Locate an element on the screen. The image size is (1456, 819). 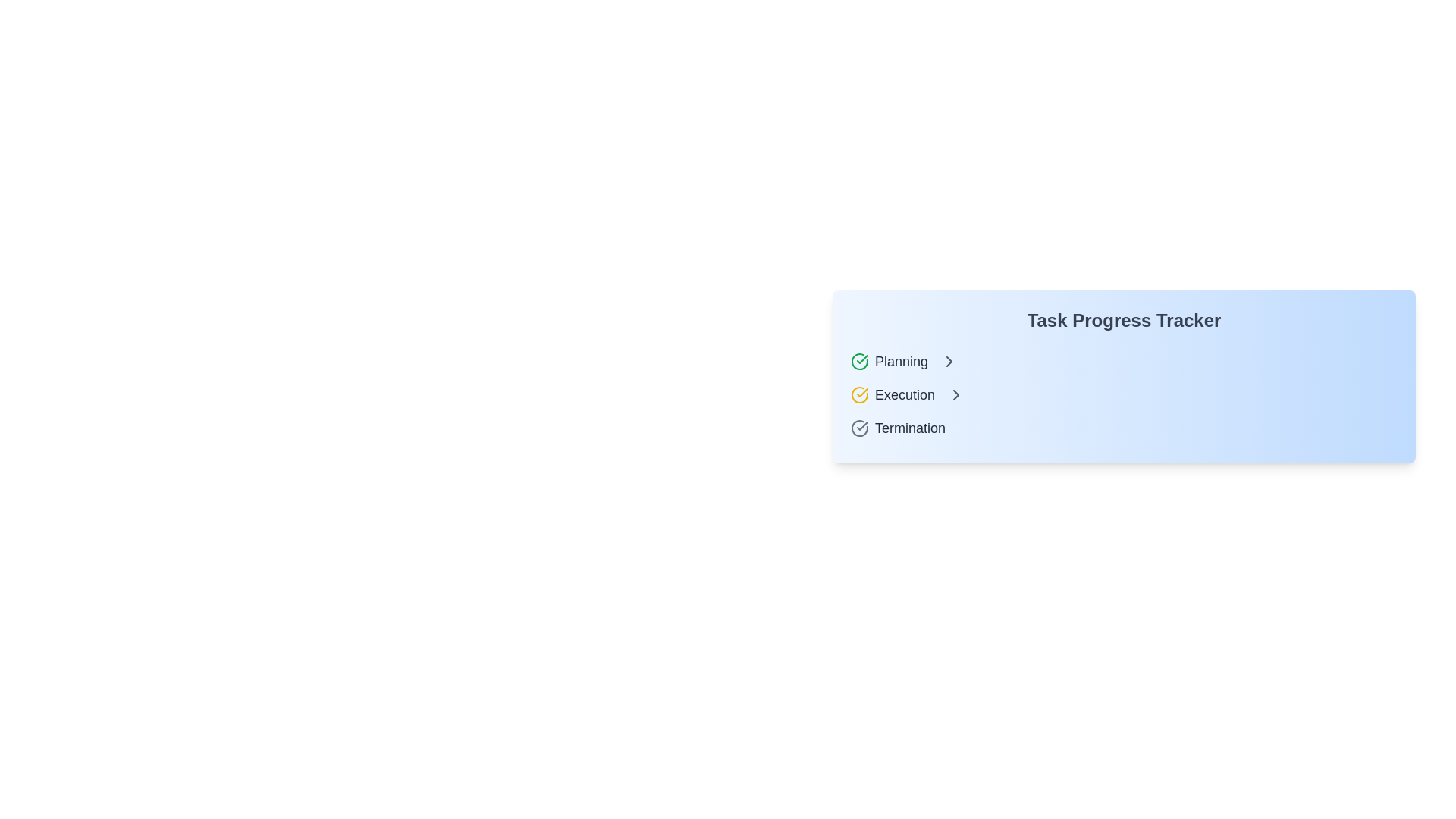
the 'Termination' status label in the task progress tracker located in the lower section of the vertical list is located at coordinates (910, 428).